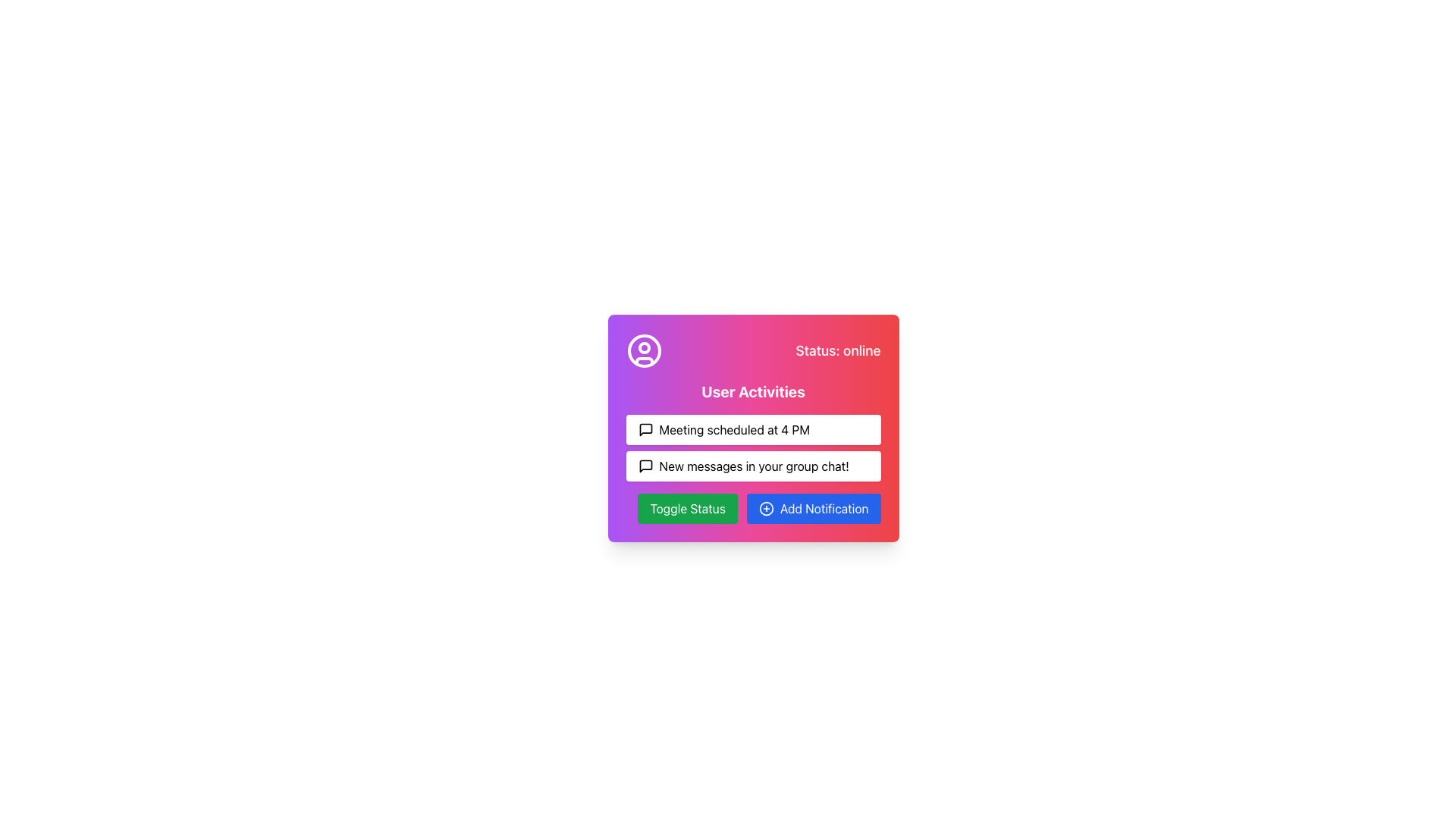 This screenshot has height=819, width=1456. Describe the element at coordinates (645, 465) in the screenshot. I see `the notification icon located in the second row of the 'User Activities' section, which is adjacent to the text 'New messages in your group chat!'` at that location.